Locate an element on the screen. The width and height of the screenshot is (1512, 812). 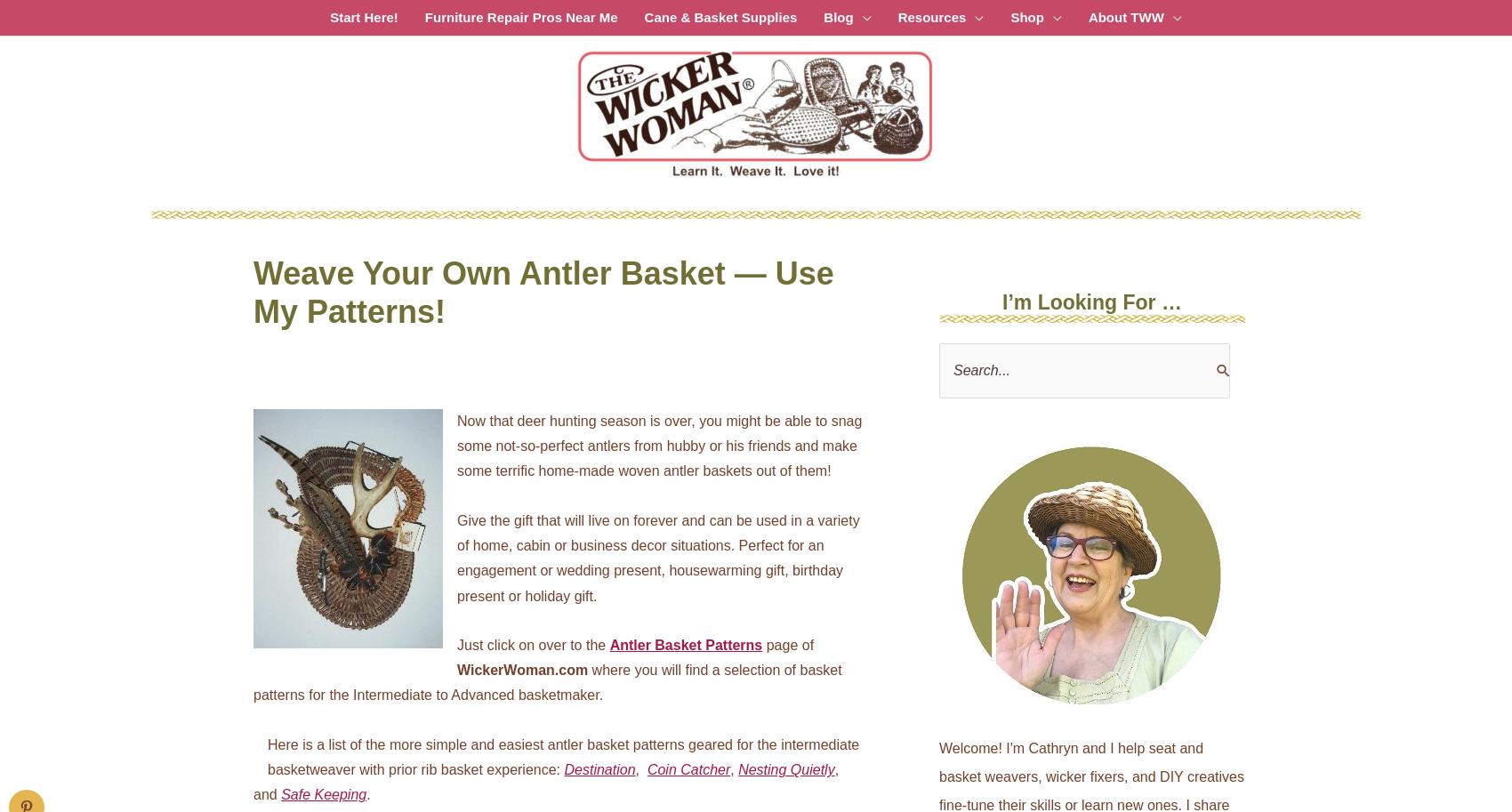
'Resources' is located at coordinates (930, 17).